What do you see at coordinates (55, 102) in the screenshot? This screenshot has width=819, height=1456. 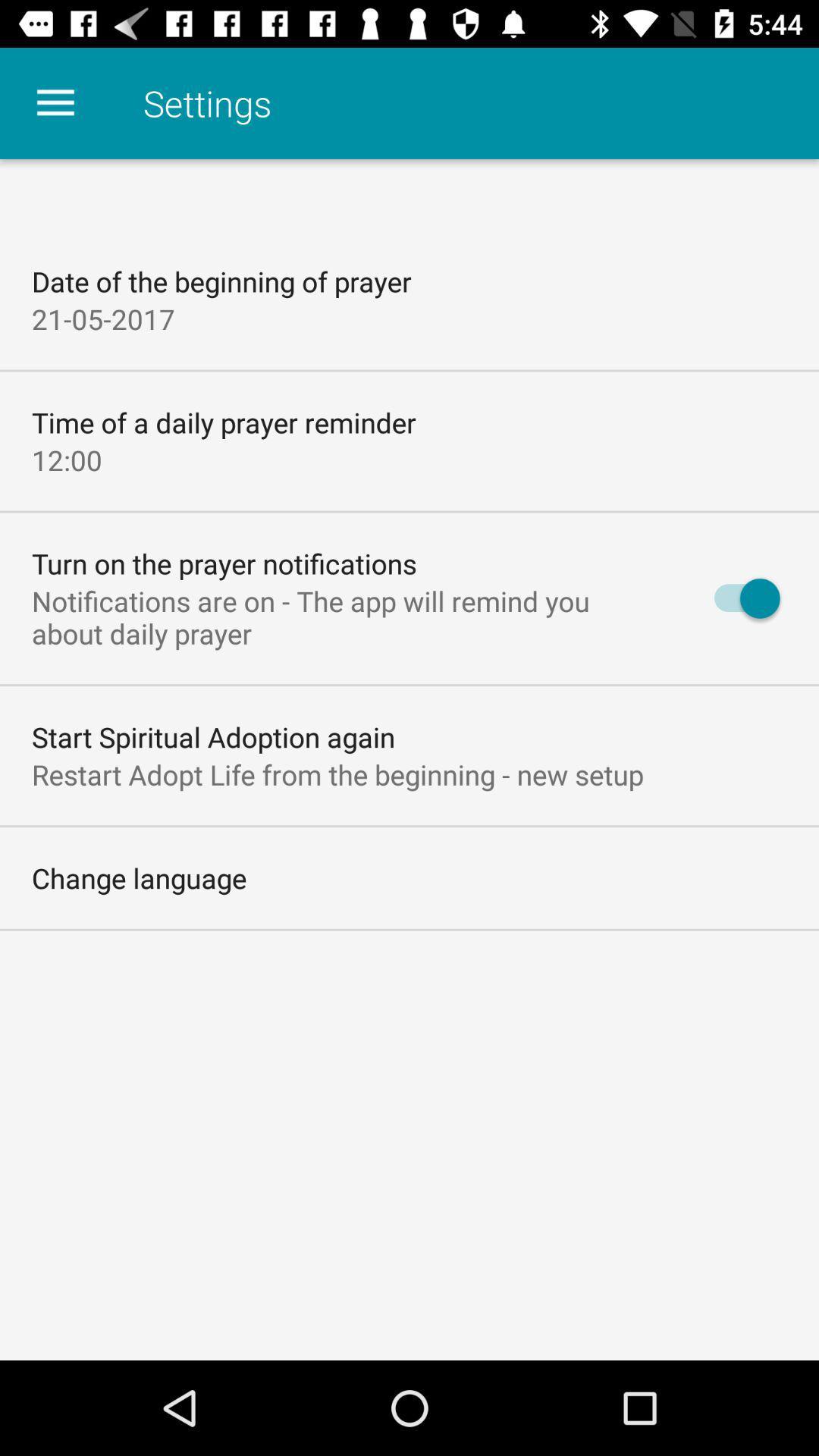 I see `the icon above date of the` at bounding box center [55, 102].